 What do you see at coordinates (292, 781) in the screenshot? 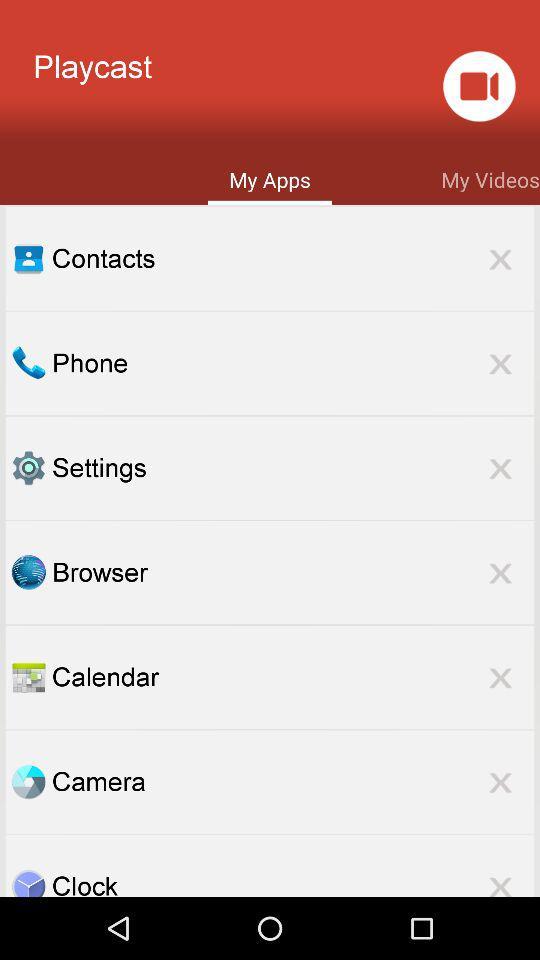
I see `camera item` at bounding box center [292, 781].